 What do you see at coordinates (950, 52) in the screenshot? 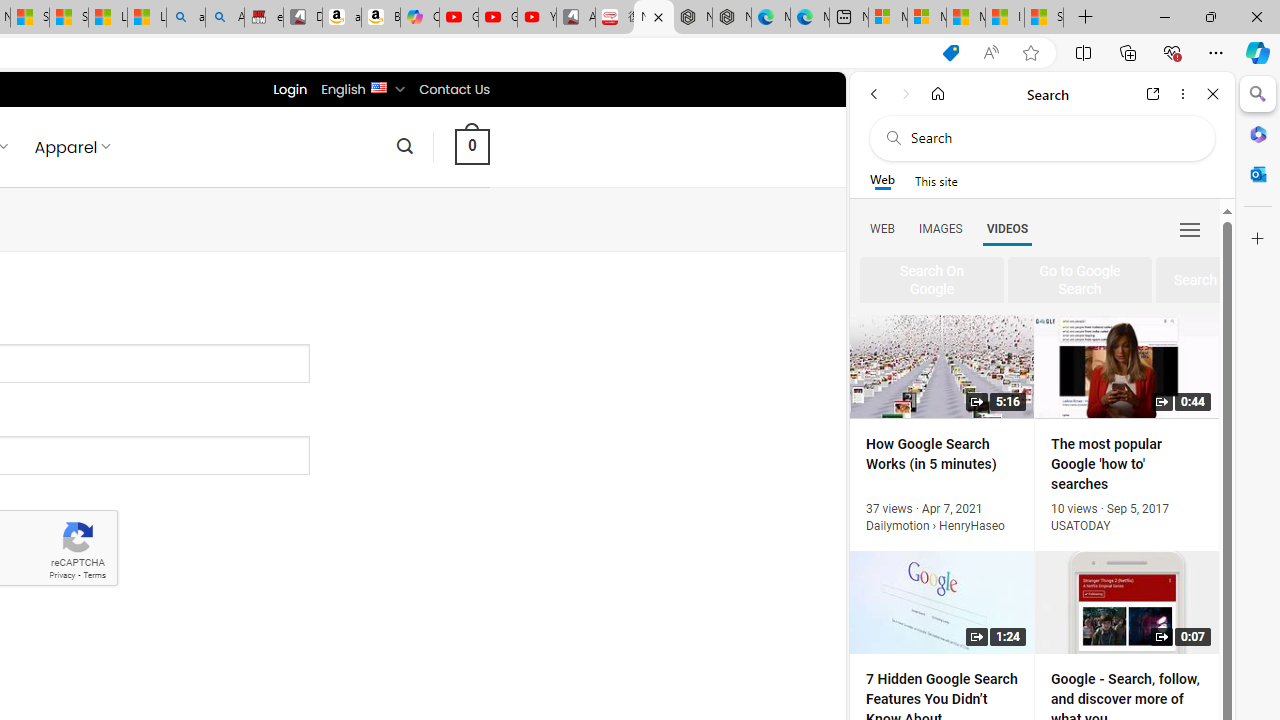
I see `'This site has coupons! Shopping in Microsoft Edge'` at bounding box center [950, 52].